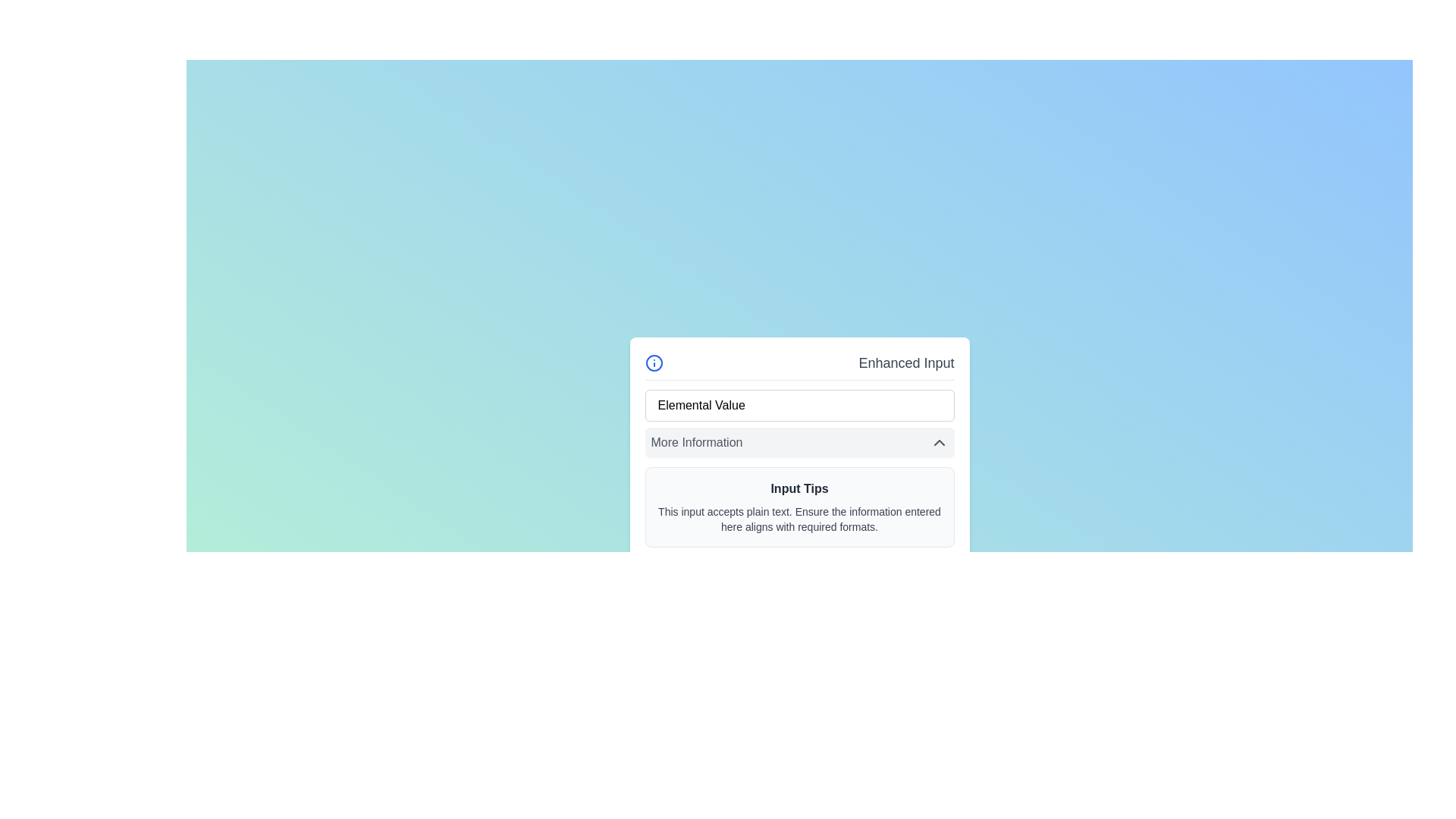  What do you see at coordinates (654, 362) in the screenshot?
I see `the blue circular outline of the SVG icon located at the top-left corner of the 'Enhanced Input' component` at bounding box center [654, 362].